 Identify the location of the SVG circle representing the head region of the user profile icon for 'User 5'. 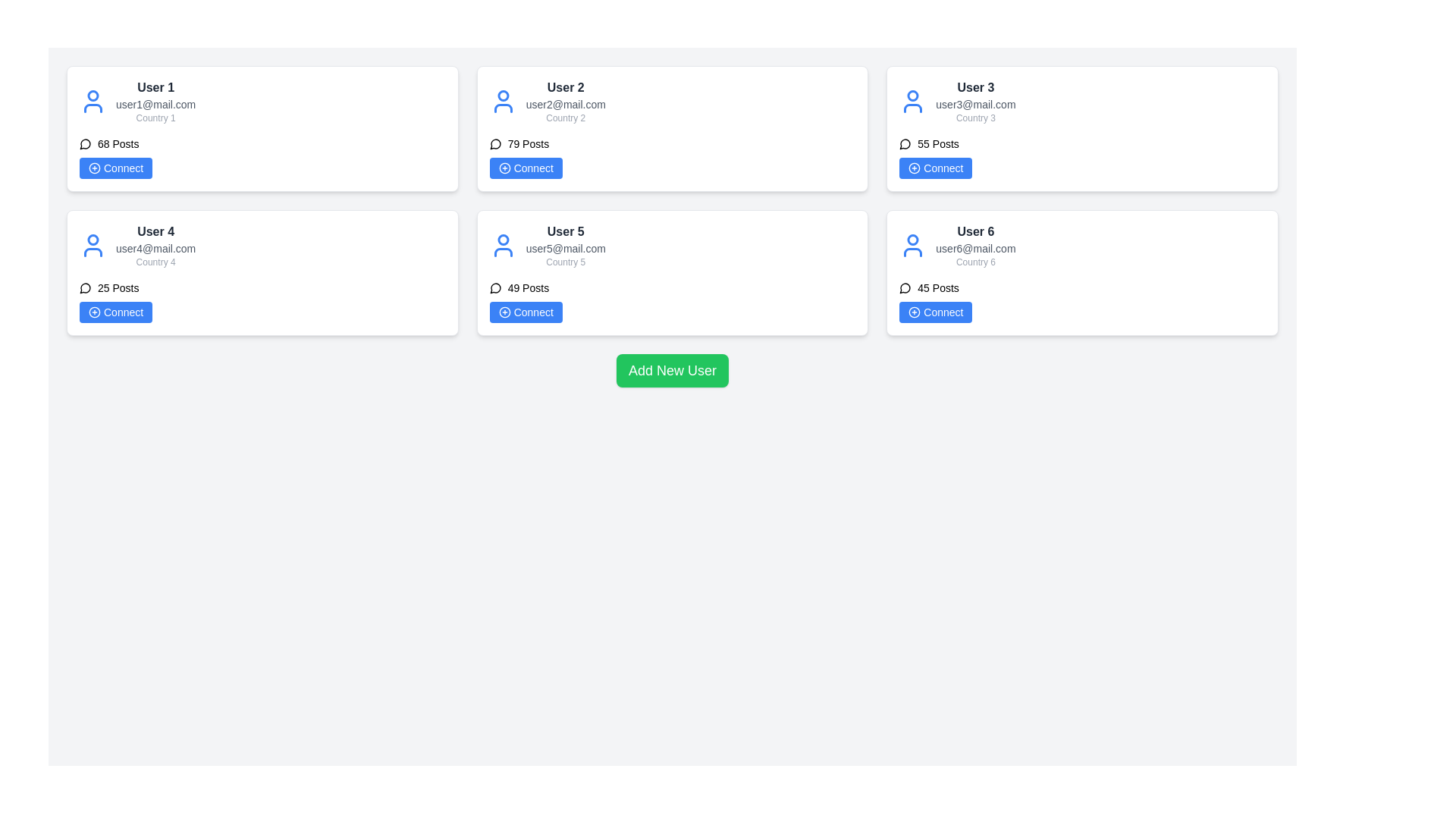
(503, 239).